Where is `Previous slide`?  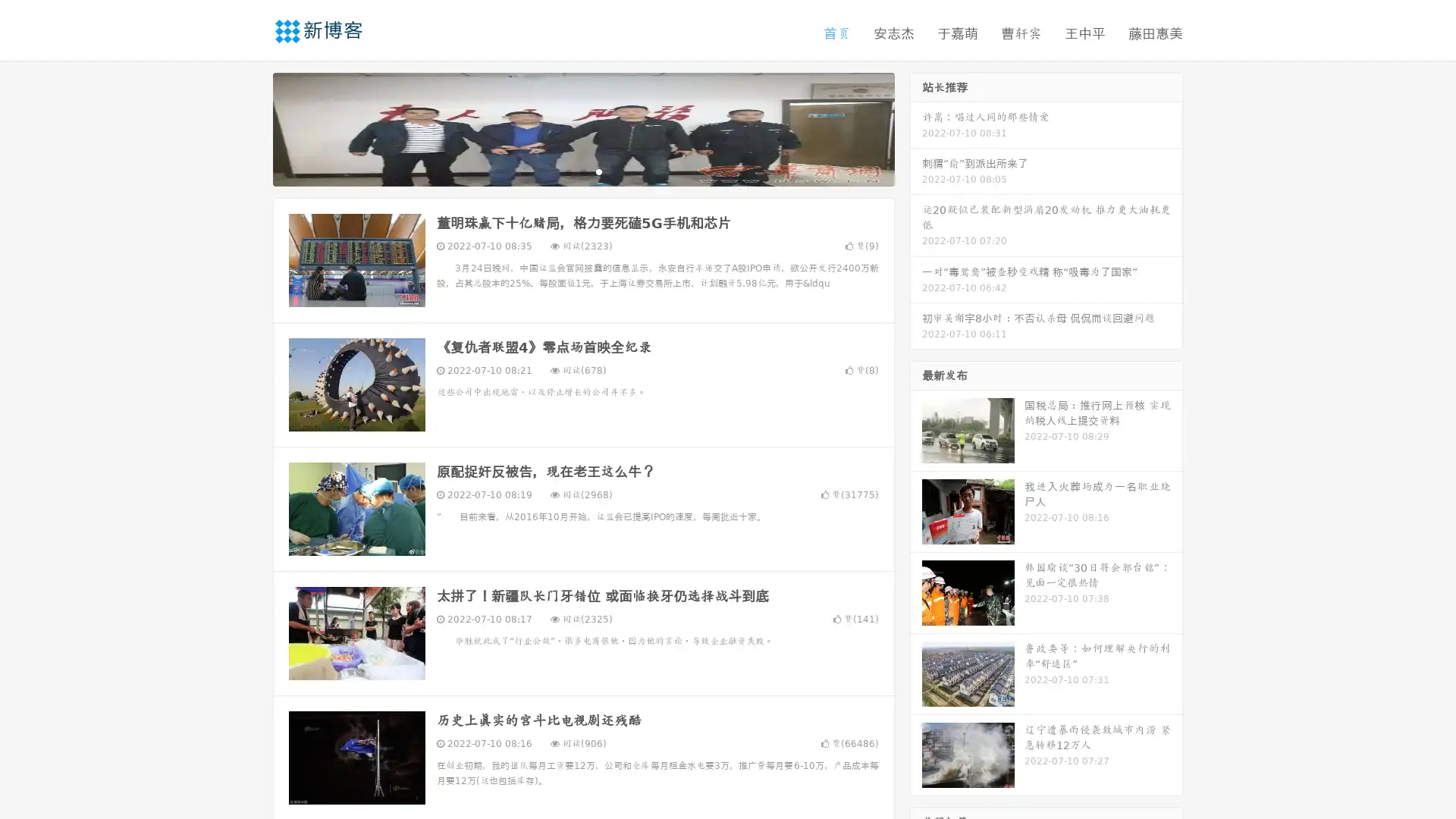 Previous slide is located at coordinates (250, 127).